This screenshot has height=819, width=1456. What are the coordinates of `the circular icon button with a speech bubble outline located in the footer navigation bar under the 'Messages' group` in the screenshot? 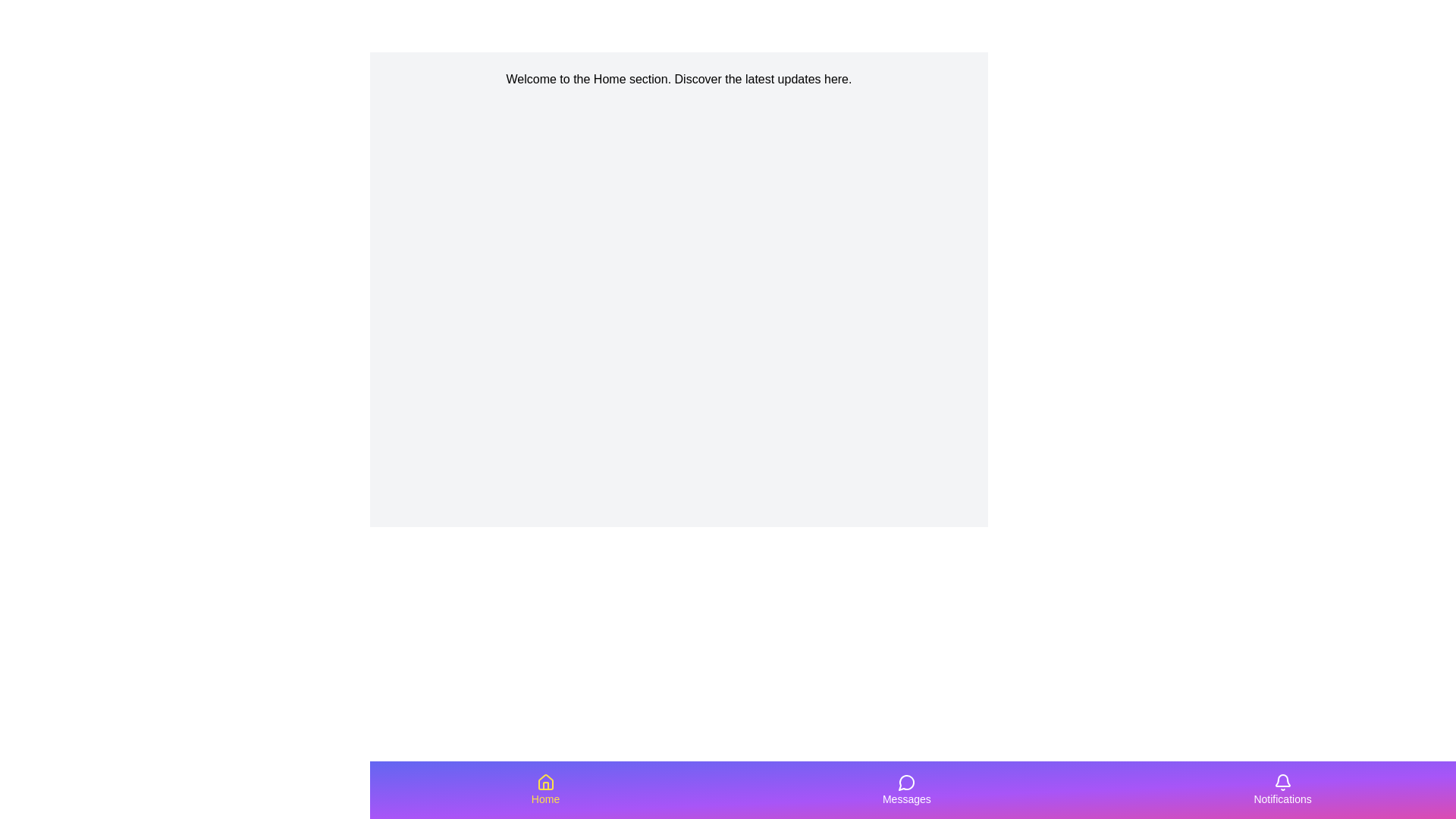 It's located at (906, 783).